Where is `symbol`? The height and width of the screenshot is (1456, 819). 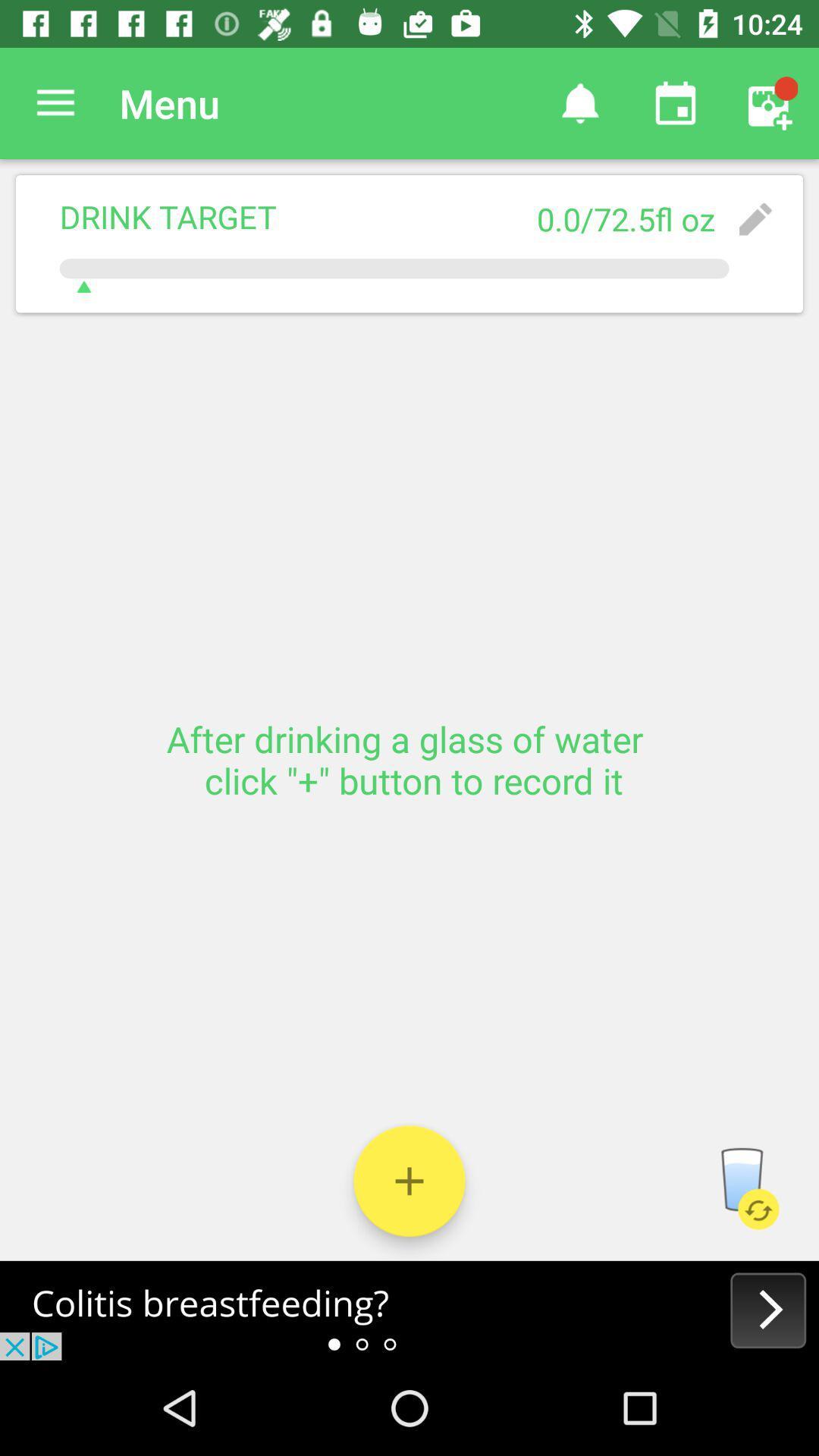 symbol is located at coordinates (409, 1180).